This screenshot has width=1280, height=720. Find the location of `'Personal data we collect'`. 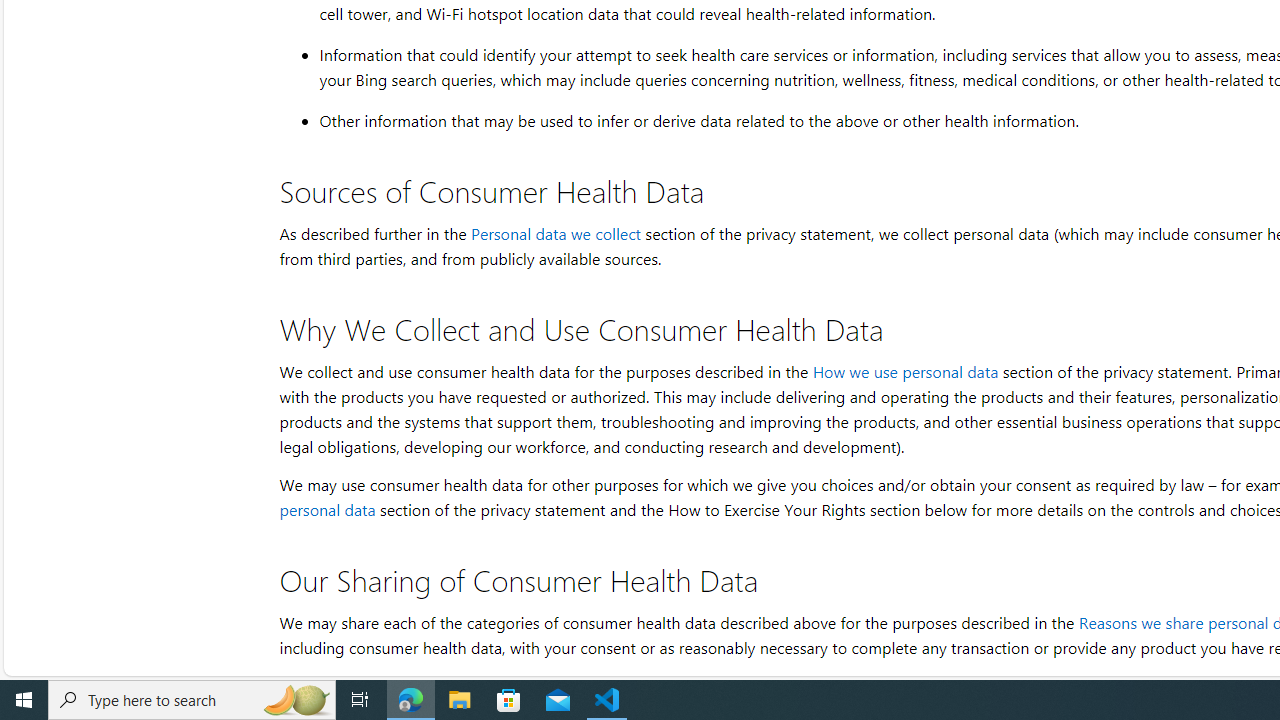

'Personal data we collect' is located at coordinates (555, 232).